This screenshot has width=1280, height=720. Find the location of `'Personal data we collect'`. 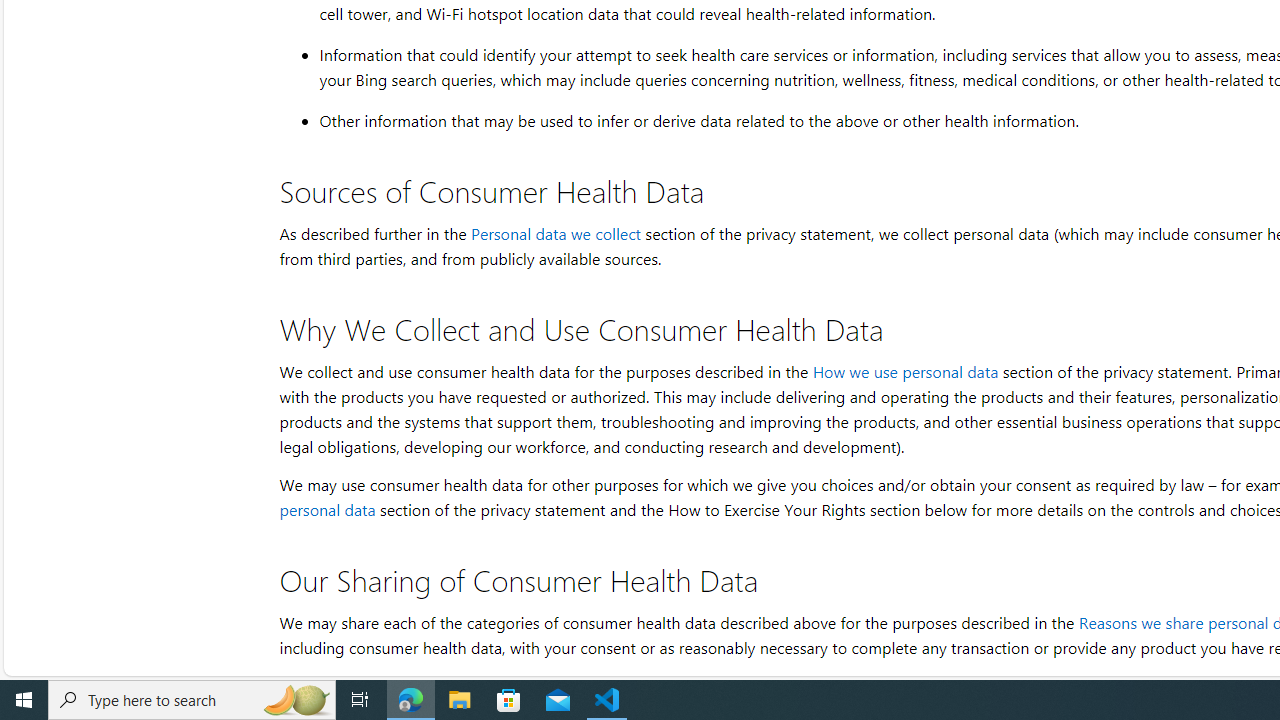

'Personal data we collect' is located at coordinates (555, 232).